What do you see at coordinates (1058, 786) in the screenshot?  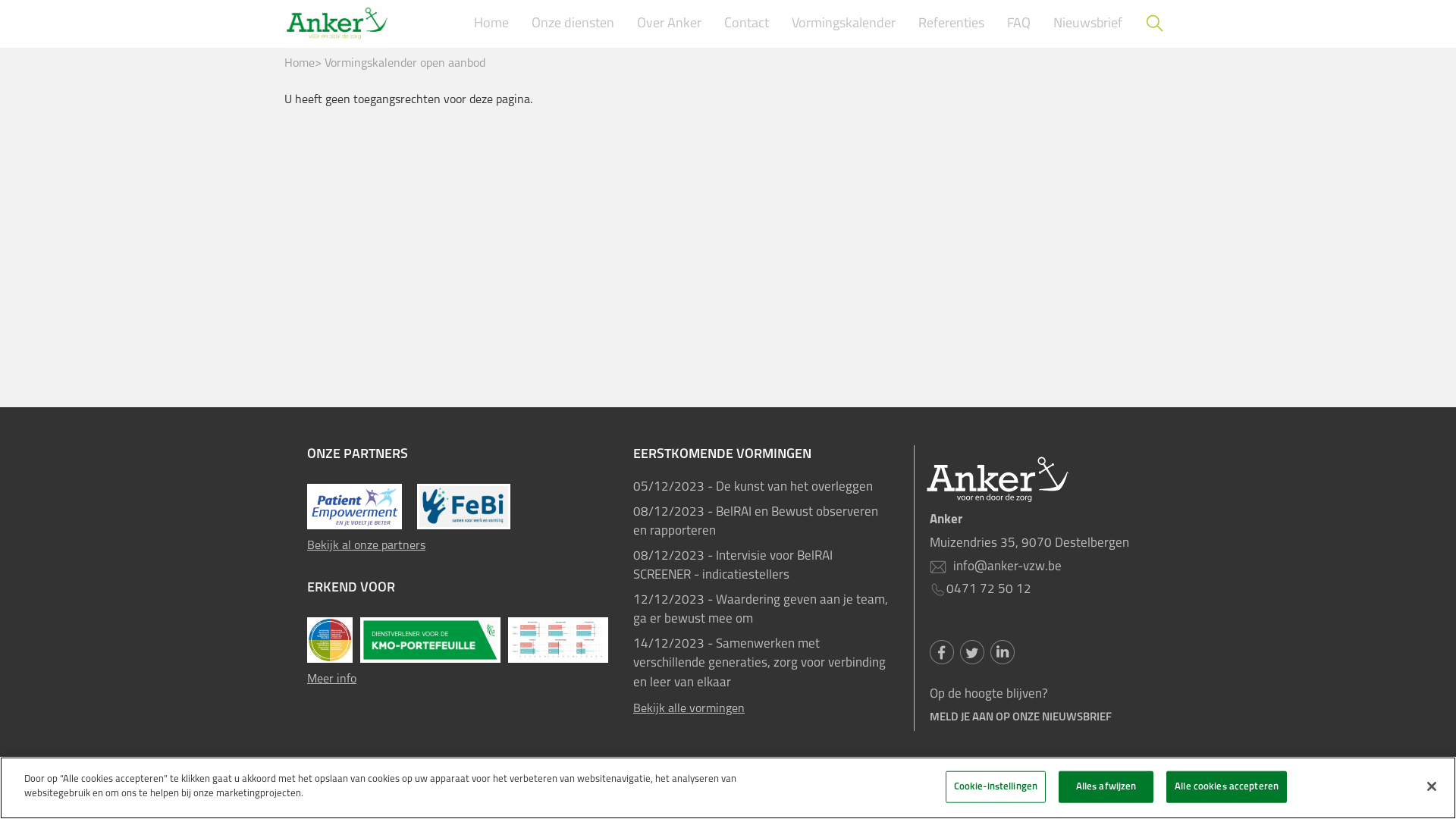 I see `'Alles afwijzen'` at bounding box center [1058, 786].